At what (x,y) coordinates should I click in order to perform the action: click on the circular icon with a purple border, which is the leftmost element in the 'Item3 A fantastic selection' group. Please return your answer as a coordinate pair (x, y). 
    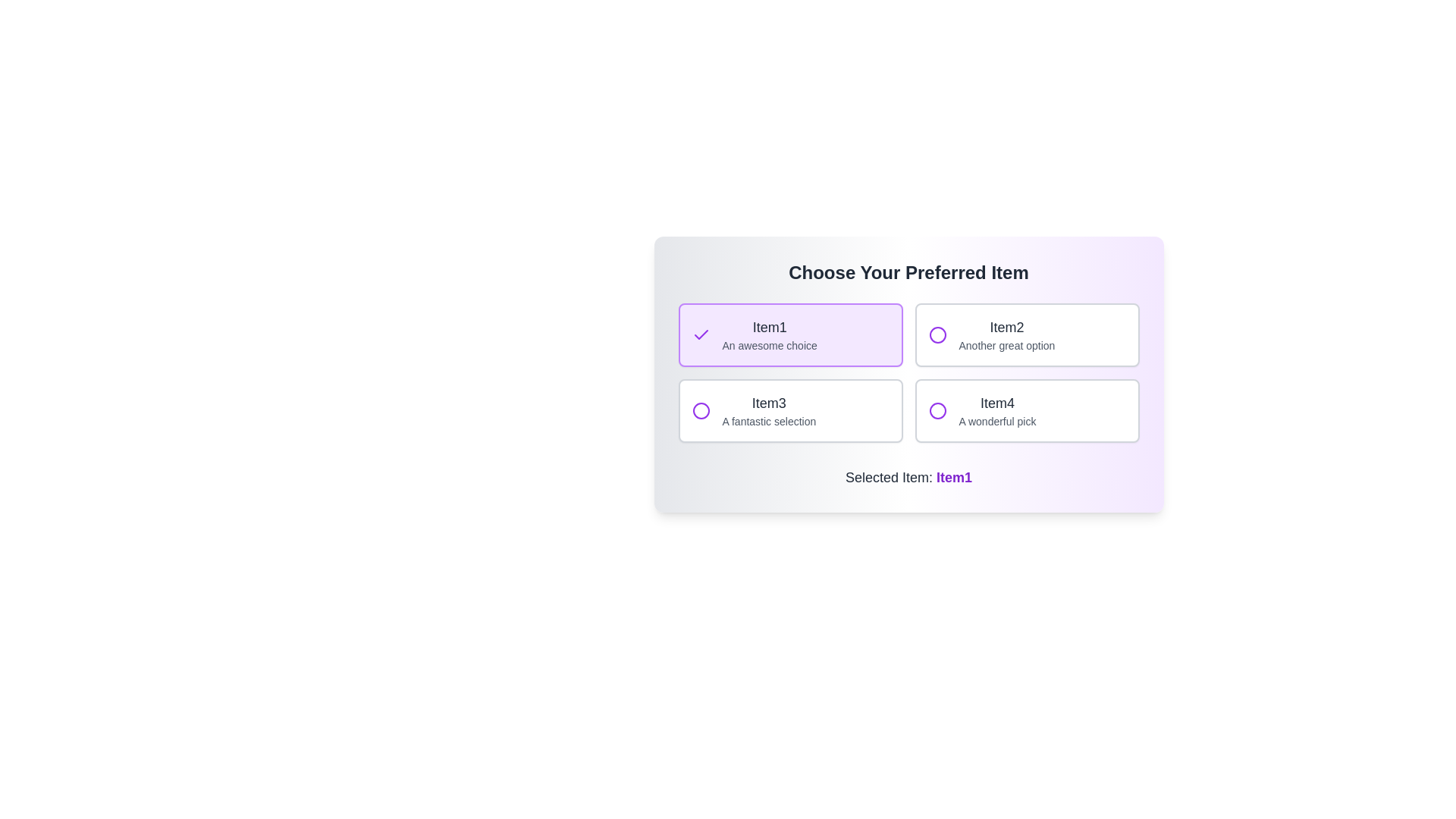
    Looking at the image, I should click on (700, 411).